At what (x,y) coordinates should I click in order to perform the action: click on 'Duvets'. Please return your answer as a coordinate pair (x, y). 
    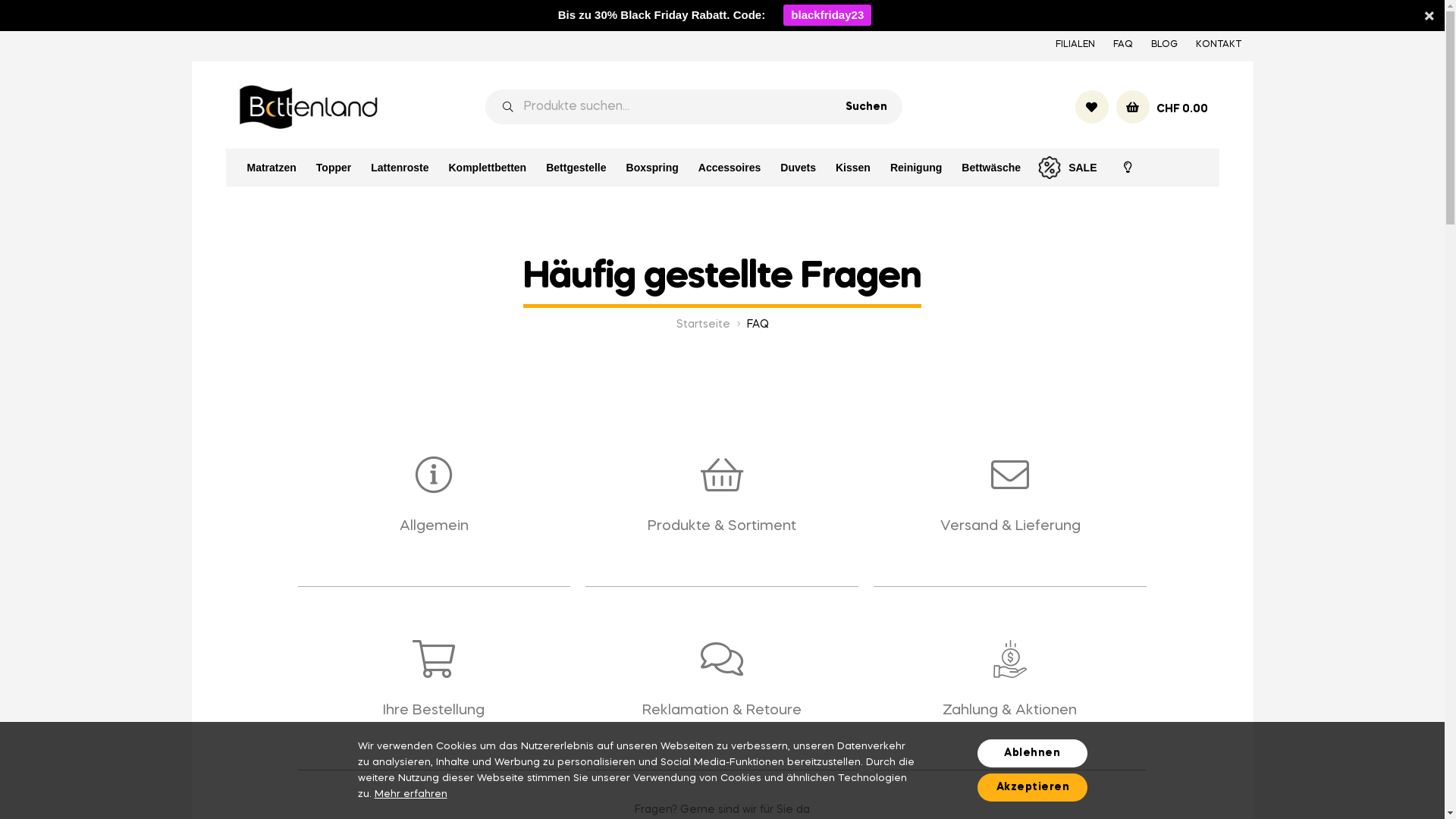
    Looking at the image, I should click on (770, 167).